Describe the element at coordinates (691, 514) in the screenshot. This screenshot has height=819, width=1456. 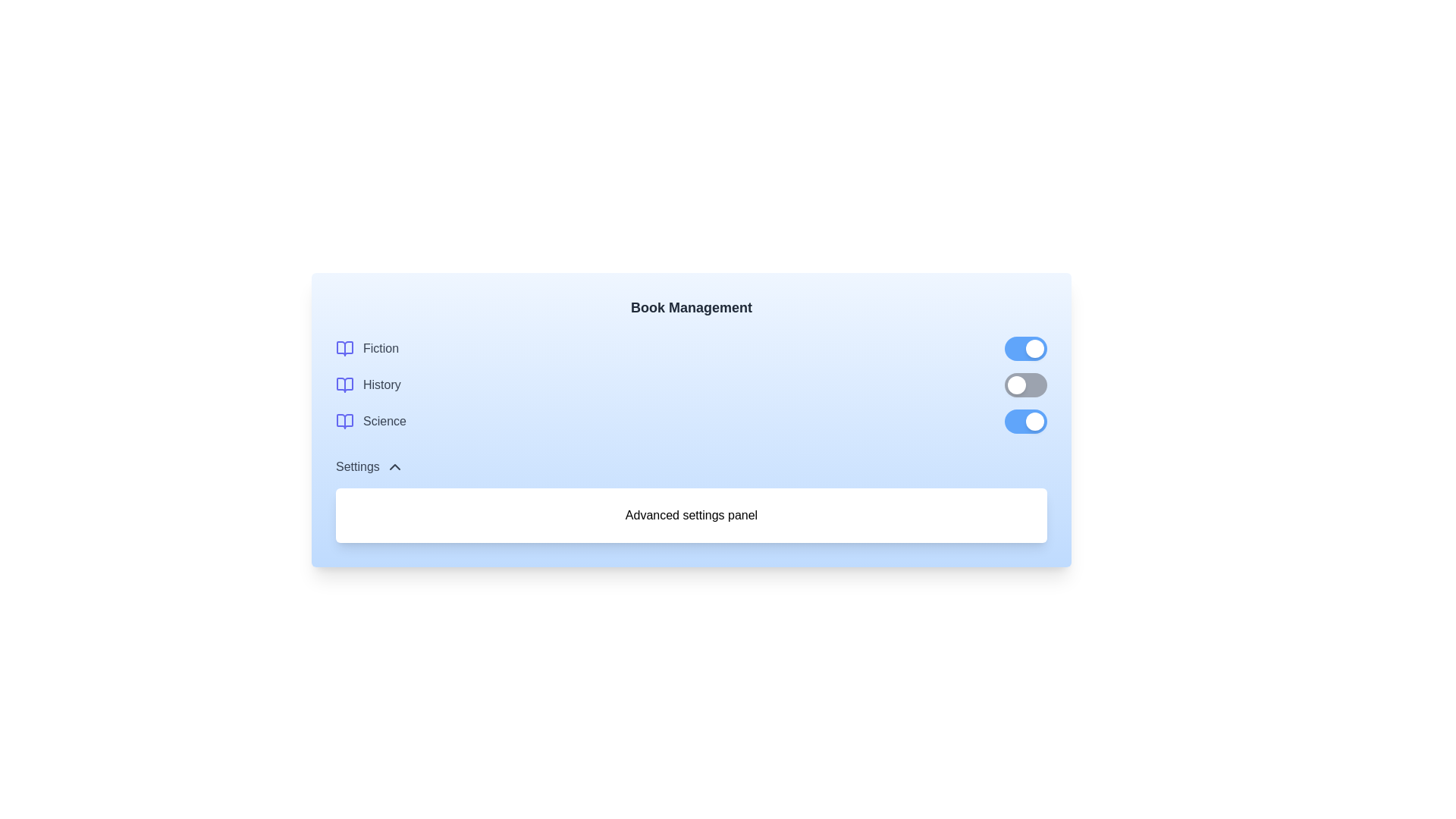
I see `the 'Advanced settings panel' to interact with it` at that location.